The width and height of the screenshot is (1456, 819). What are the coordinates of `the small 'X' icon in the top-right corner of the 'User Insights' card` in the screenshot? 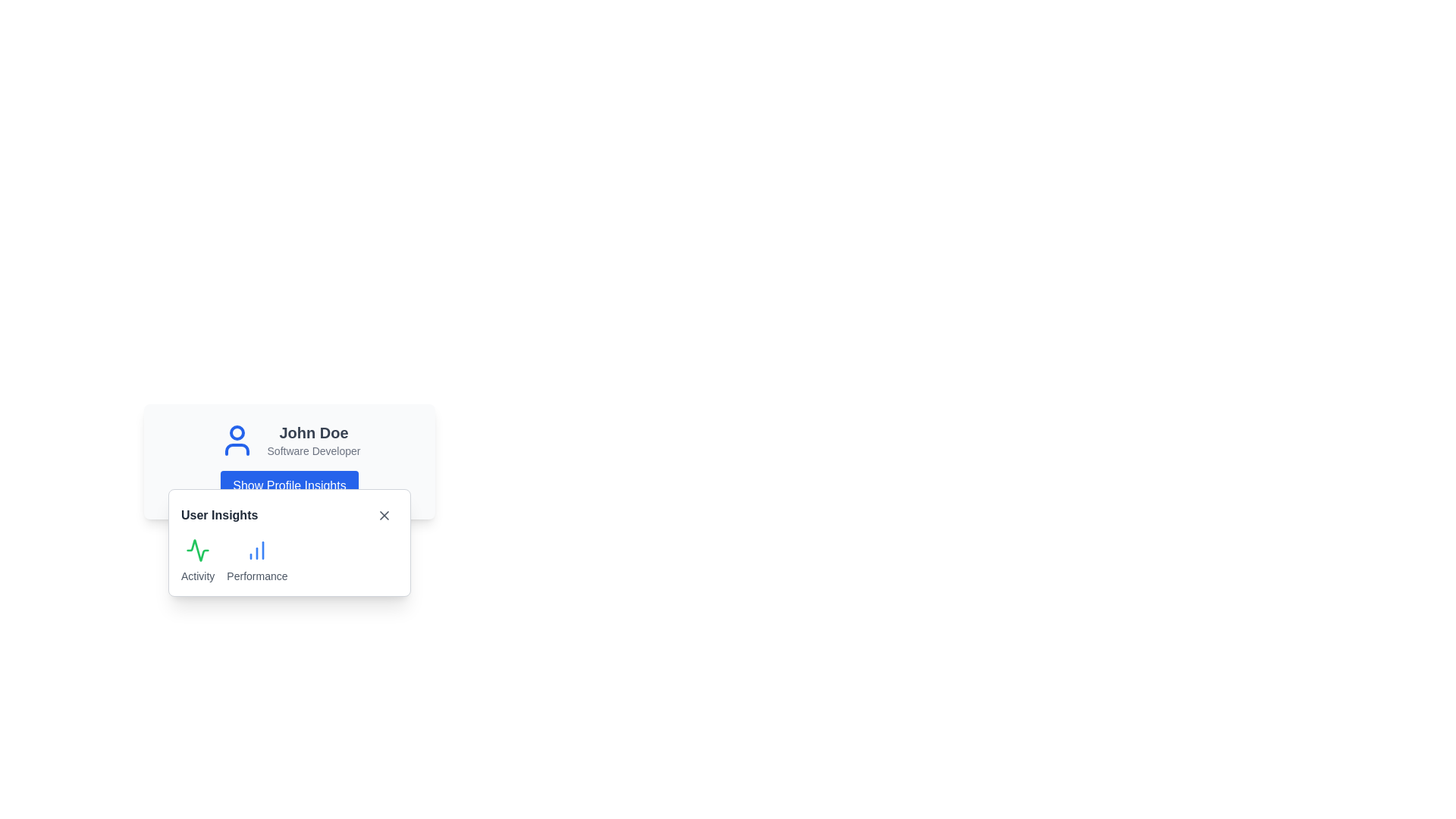 It's located at (384, 514).